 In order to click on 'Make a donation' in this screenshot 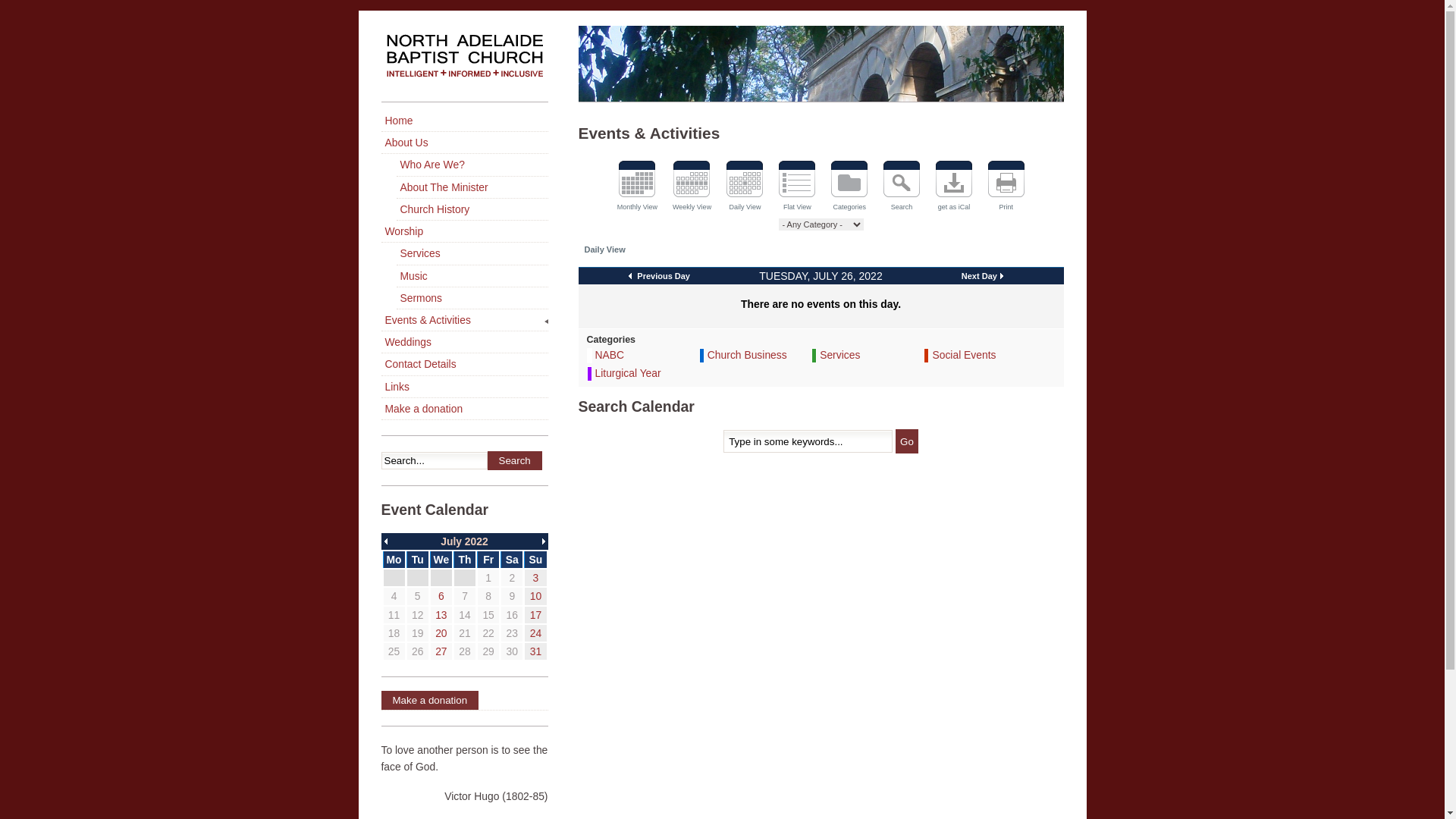, I will do `click(463, 701)`.